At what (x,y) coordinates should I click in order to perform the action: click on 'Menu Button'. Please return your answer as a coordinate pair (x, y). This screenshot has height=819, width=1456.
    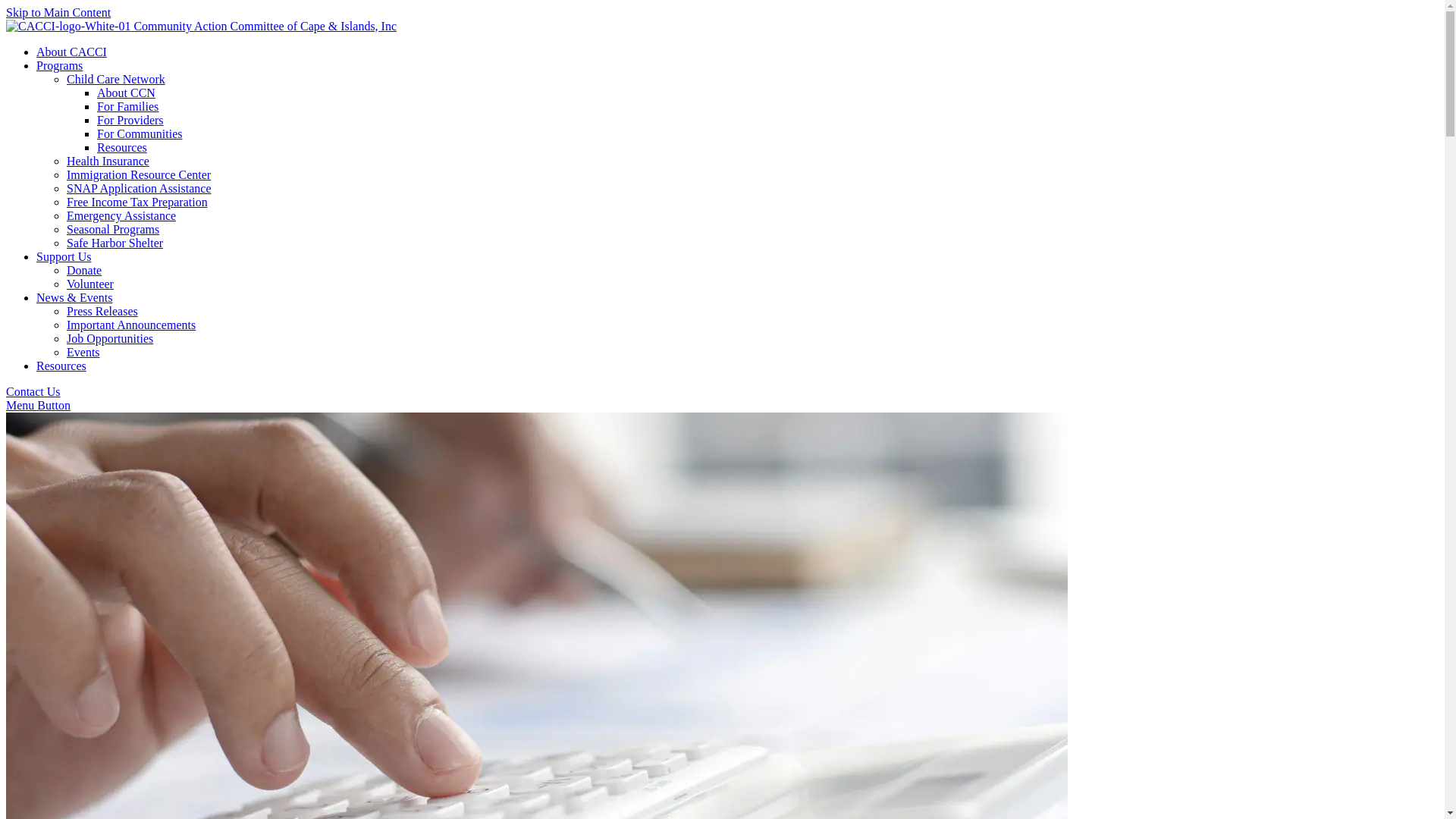
    Looking at the image, I should click on (38, 404).